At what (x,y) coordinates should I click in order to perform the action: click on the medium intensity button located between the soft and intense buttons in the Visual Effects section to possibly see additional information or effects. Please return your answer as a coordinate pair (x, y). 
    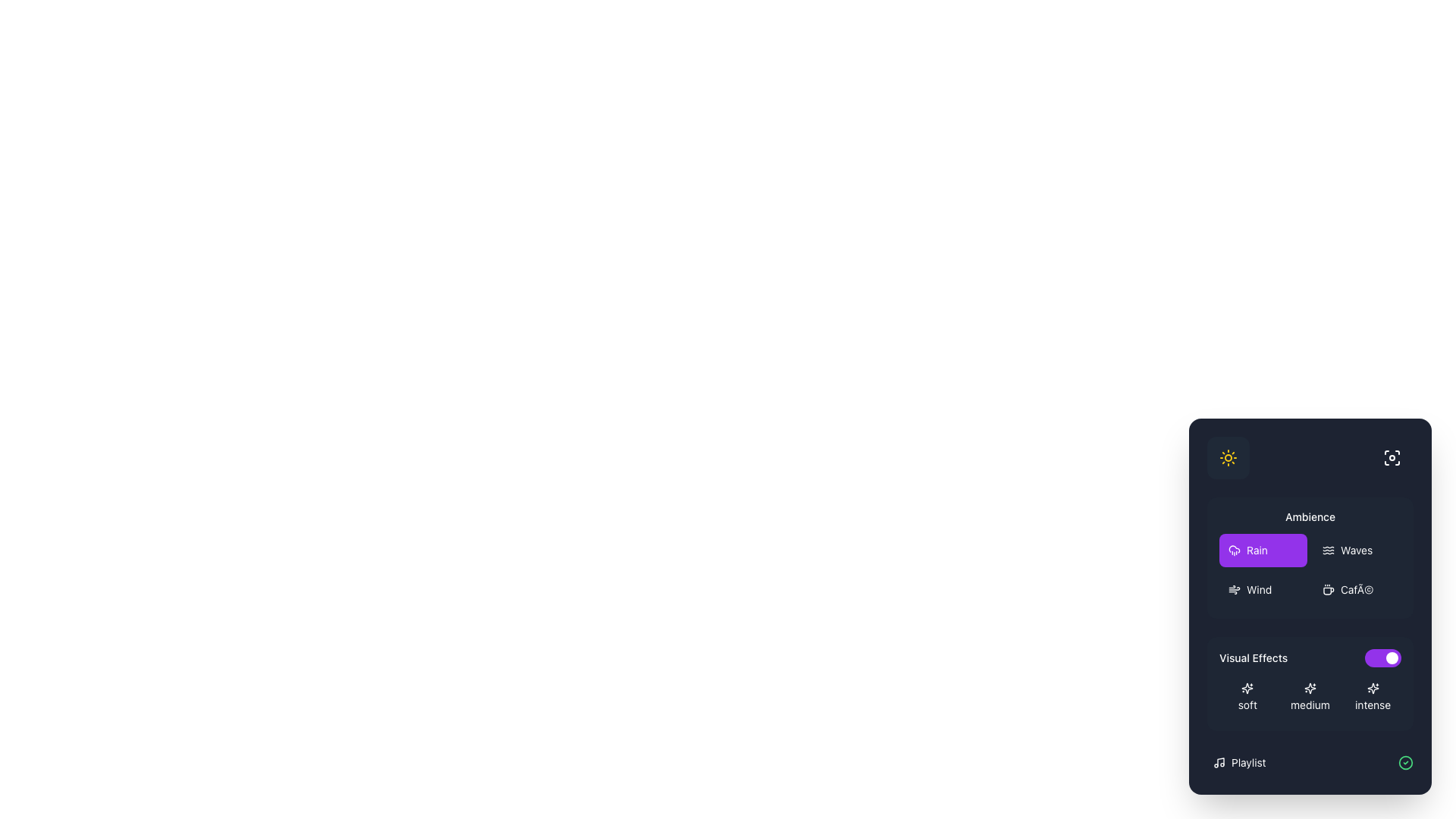
    Looking at the image, I should click on (1310, 698).